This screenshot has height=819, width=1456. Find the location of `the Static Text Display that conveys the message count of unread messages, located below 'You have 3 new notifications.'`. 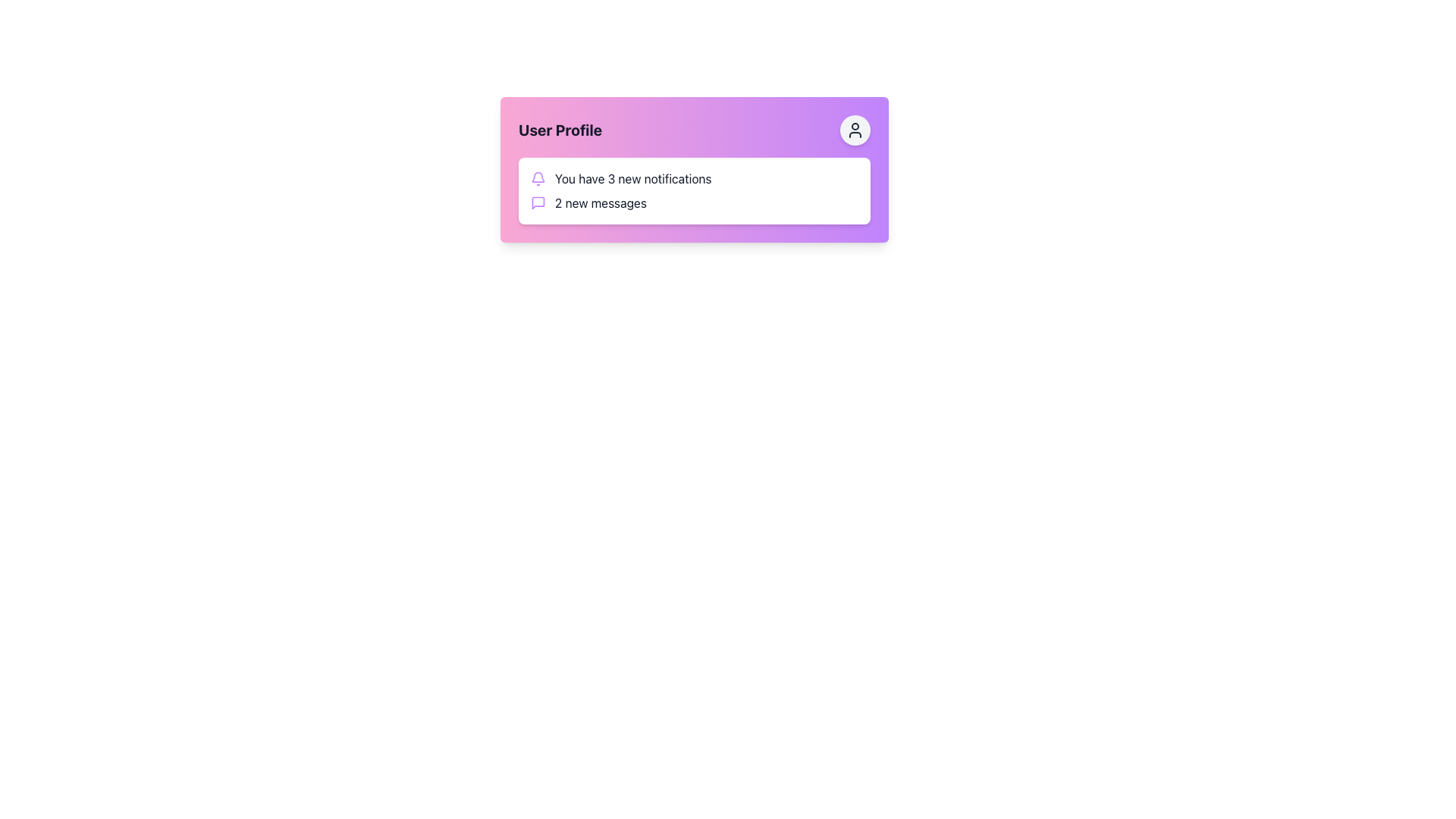

the Static Text Display that conveys the message count of unread messages, located below 'You have 3 new notifications.' is located at coordinates (600, 202).